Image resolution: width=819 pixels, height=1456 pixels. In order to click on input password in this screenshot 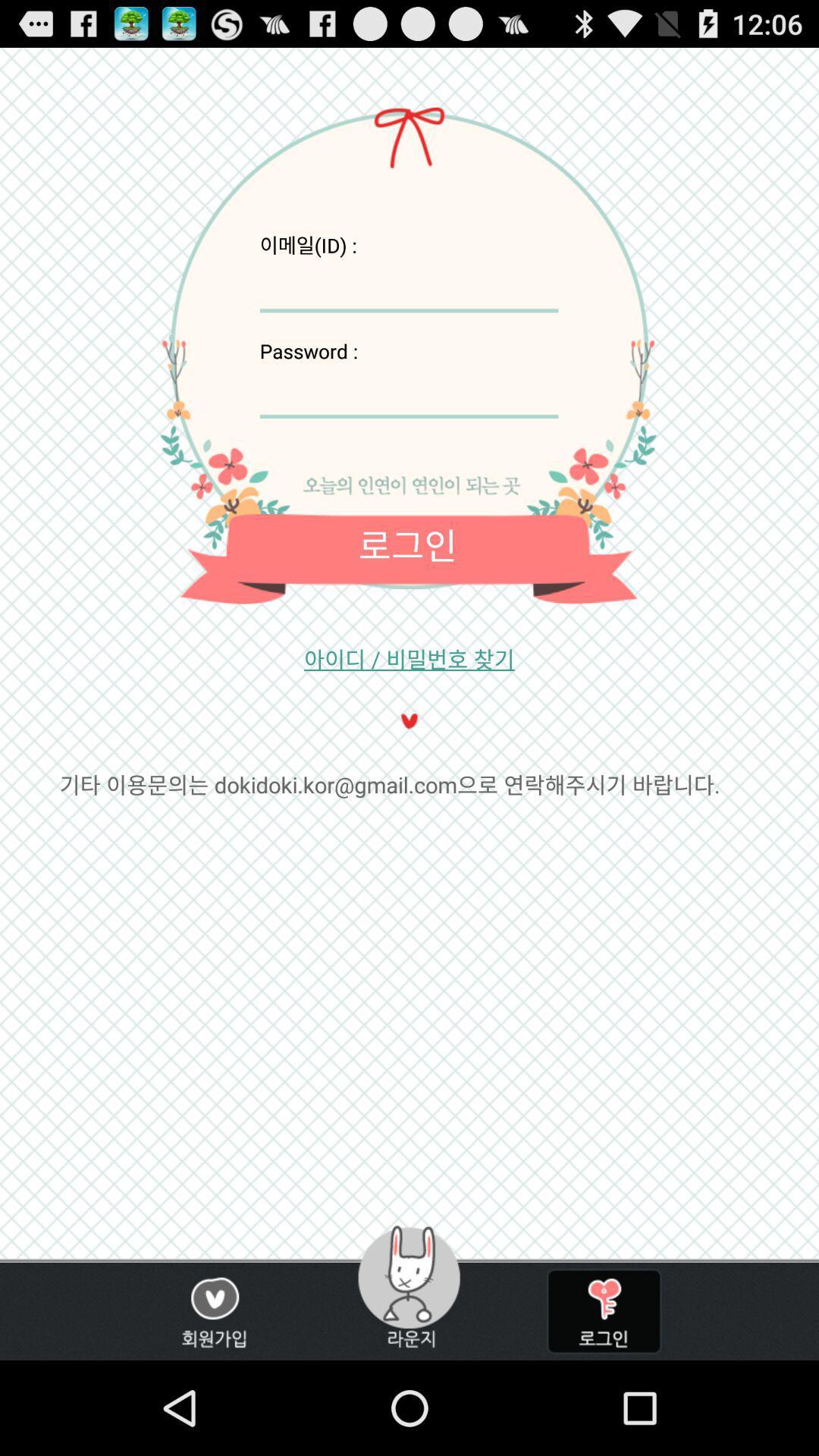, I will do `click(408, 391)`.